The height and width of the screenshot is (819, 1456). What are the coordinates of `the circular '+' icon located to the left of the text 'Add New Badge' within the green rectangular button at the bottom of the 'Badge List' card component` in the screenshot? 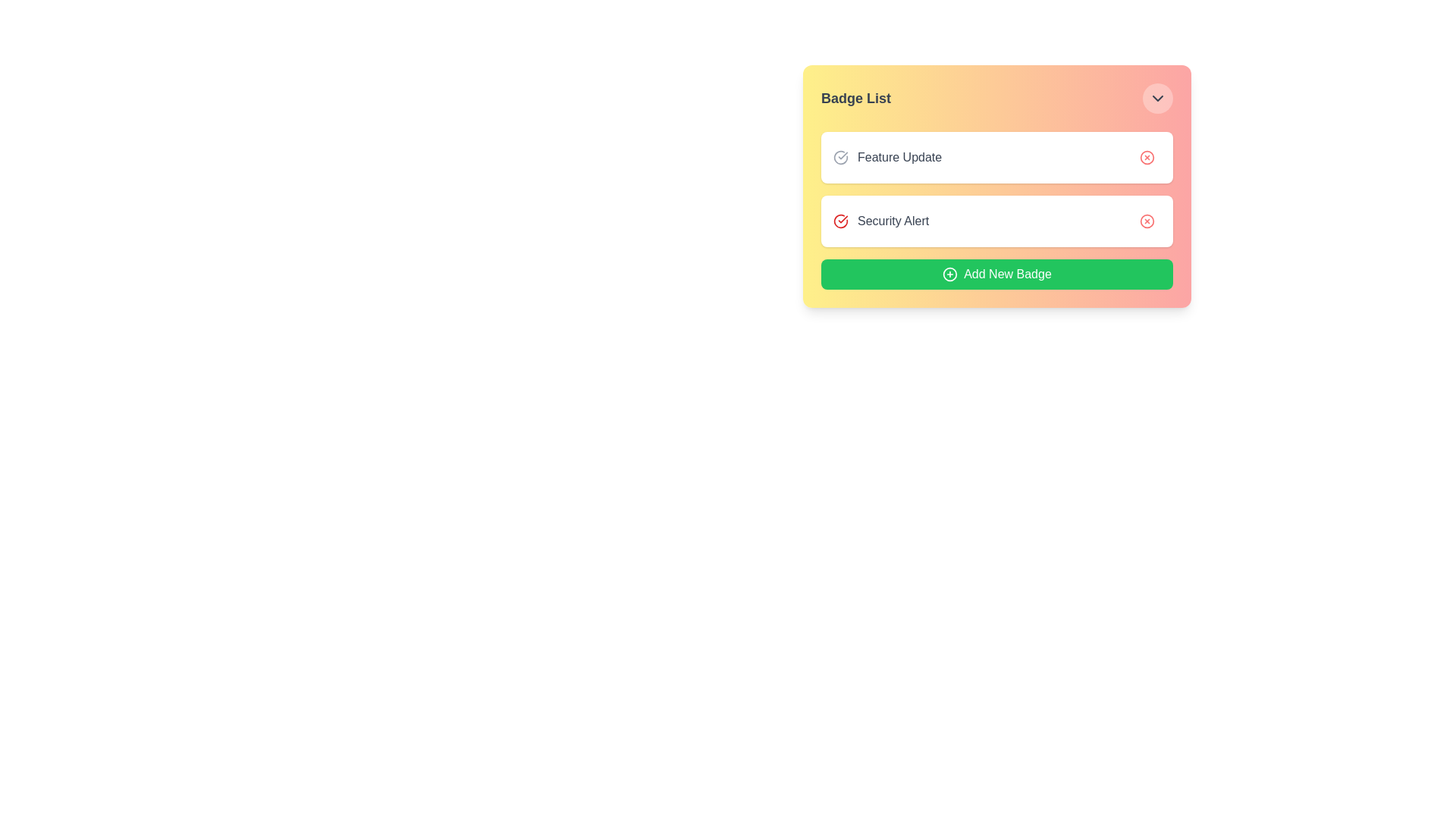 It's located at (949, 275).